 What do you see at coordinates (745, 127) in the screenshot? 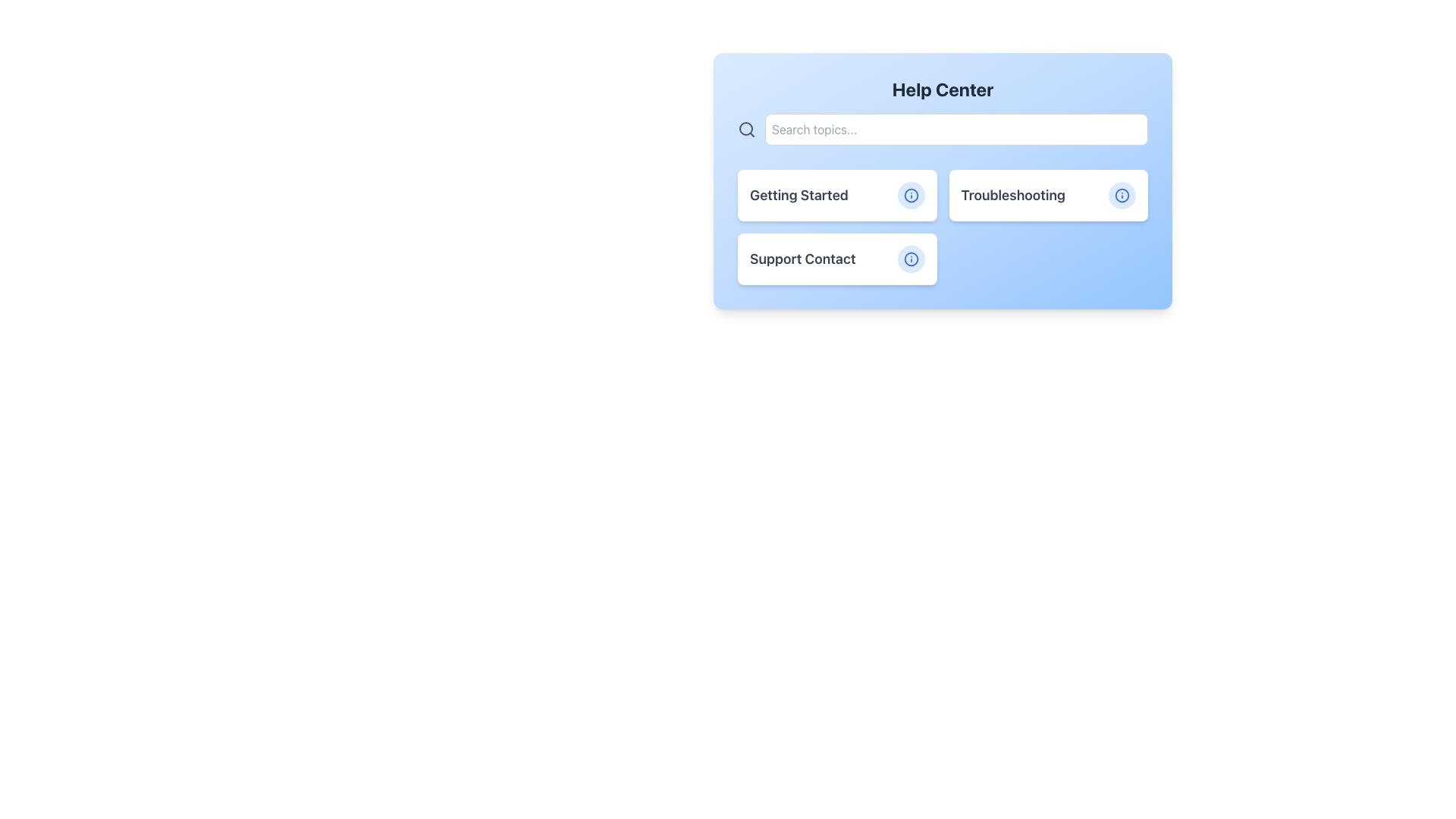
I see `the circular part of the magnifying glass icon, which is styled with a white fill and a thin border, located to the left of the search bar in the top-center section of the interface` at bounding box center [745, 127].